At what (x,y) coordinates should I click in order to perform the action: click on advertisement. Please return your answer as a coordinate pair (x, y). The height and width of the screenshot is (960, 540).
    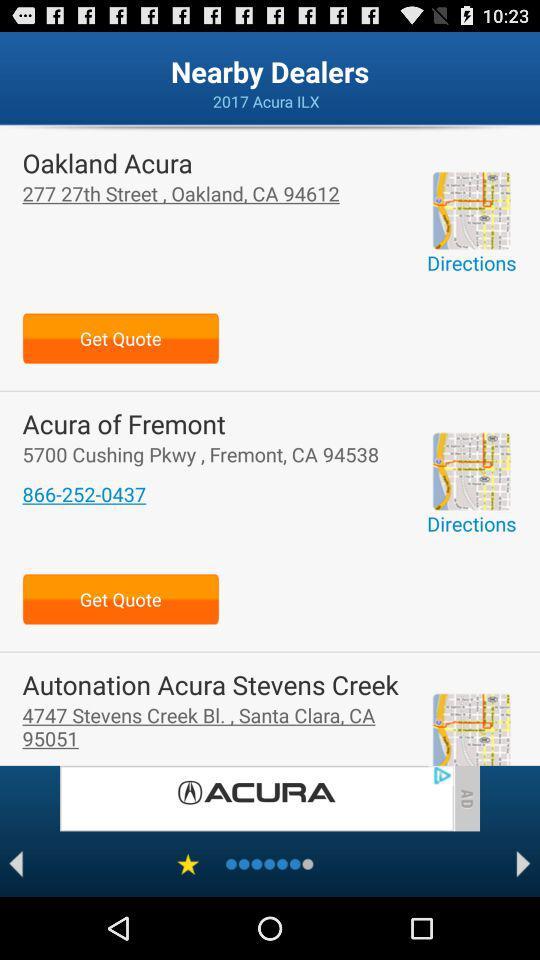
    Looking at the image, I should click on (256, 798).